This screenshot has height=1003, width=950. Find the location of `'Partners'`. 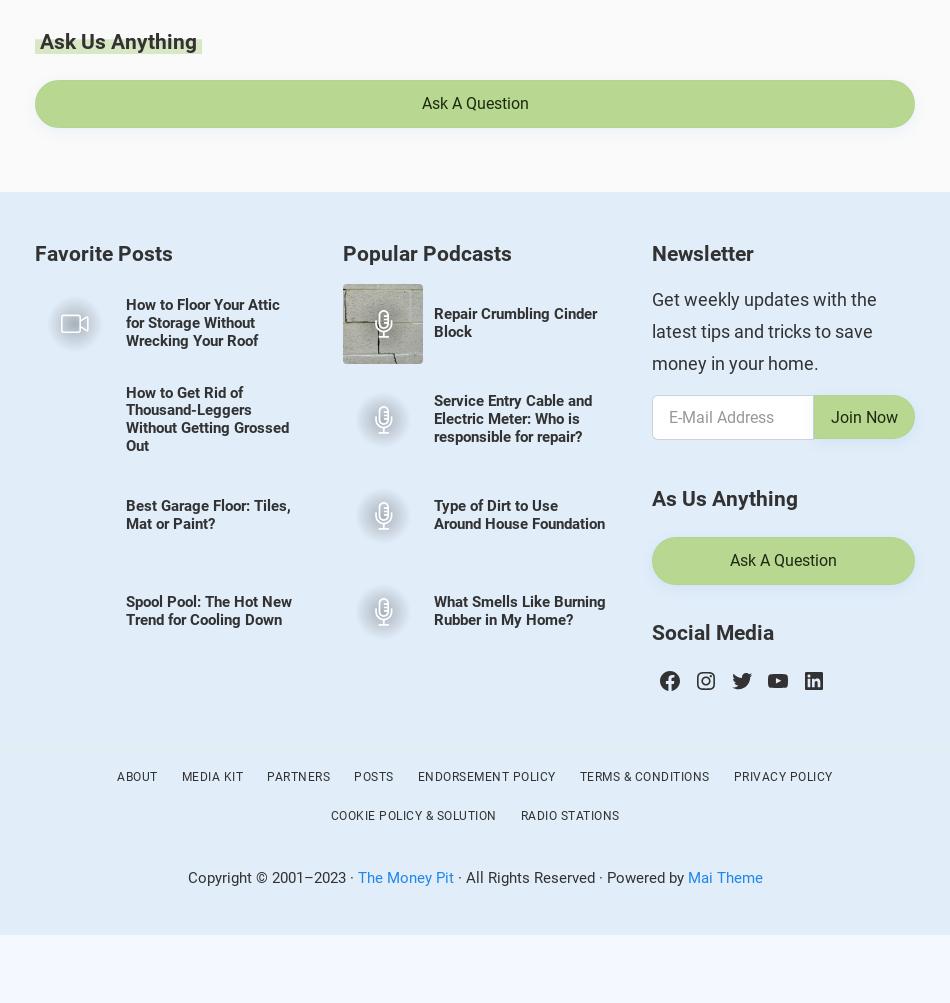

'Partners' is located at coordinates (297, 776).